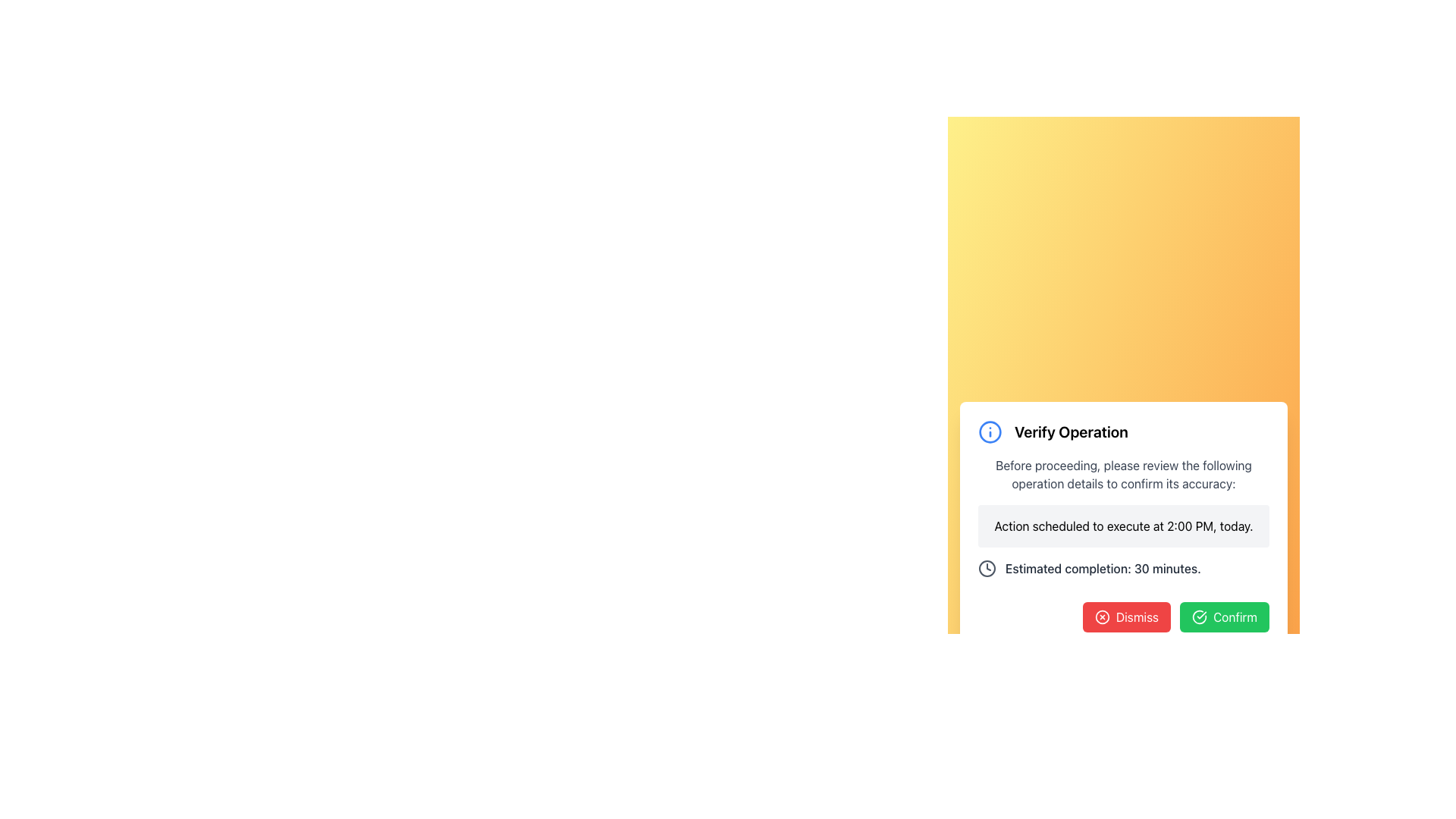 This screenshot has width=1456, height=819. I want to click on the red 'Dismiss' button located at the bottom of the 'Verify Operation' modal, so click(1124, 610).